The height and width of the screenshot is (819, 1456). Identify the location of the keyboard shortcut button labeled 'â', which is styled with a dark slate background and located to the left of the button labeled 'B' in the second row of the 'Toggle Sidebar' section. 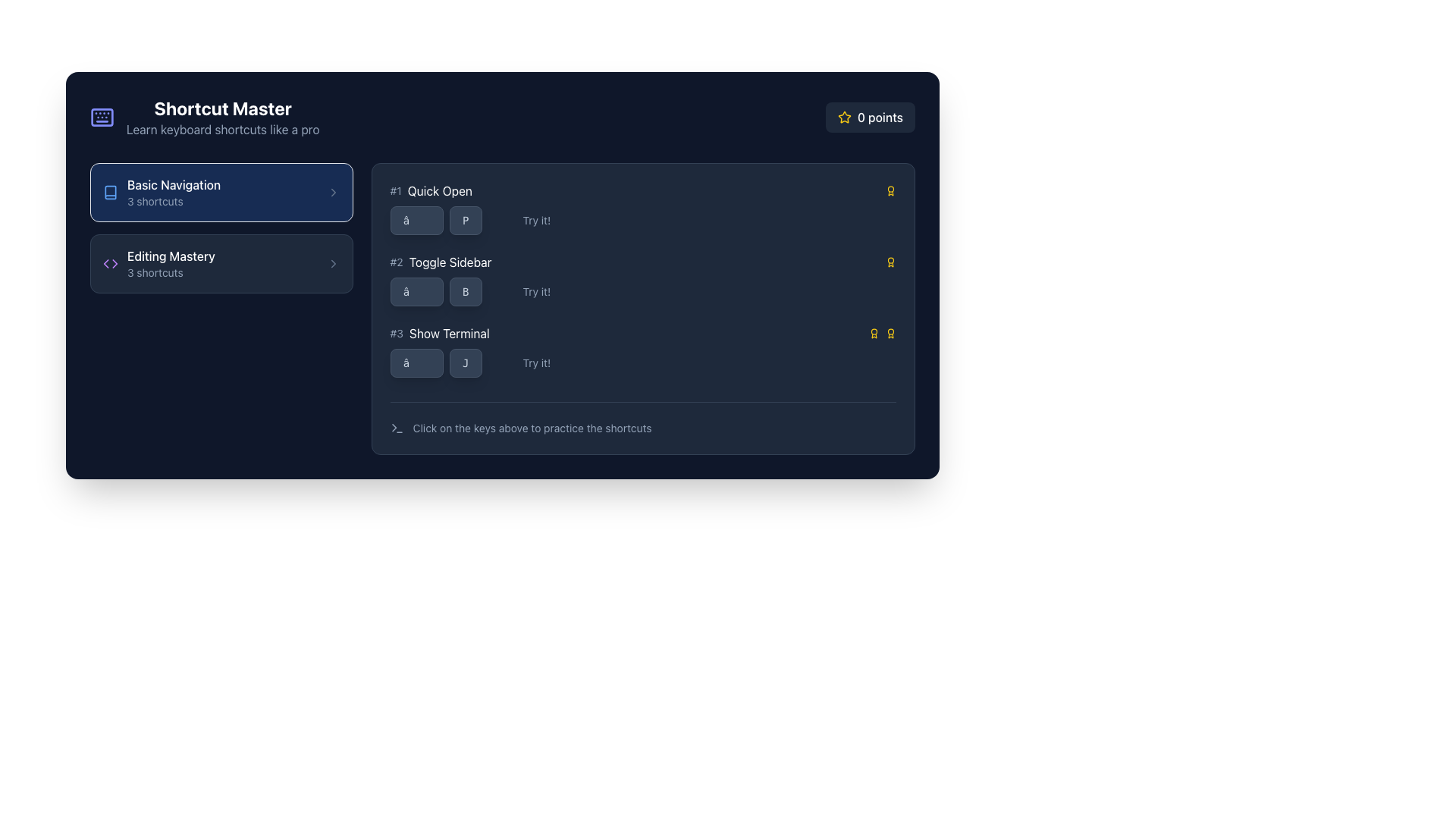
(416, 292).